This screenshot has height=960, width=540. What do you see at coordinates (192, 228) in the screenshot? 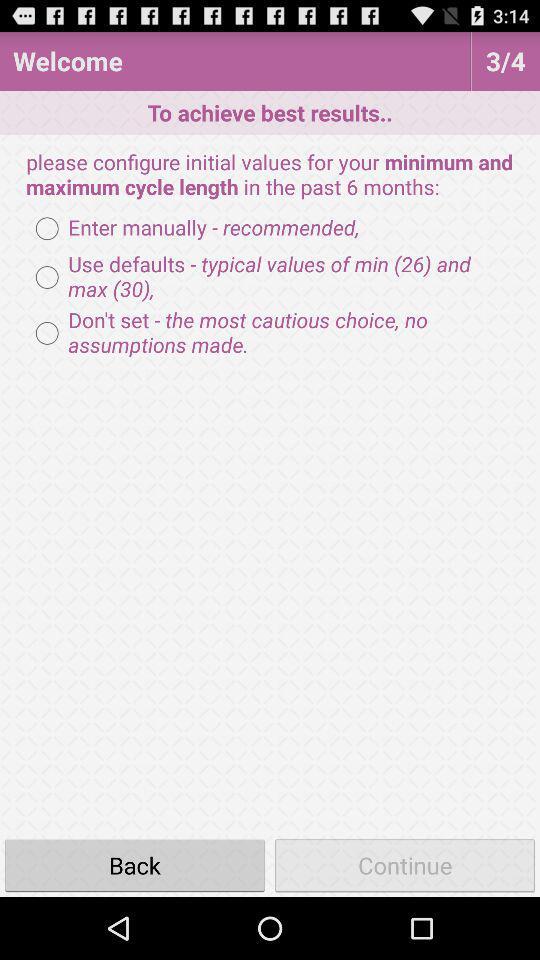
I see `icon below please configure initial` at bounding box center [192, 228].